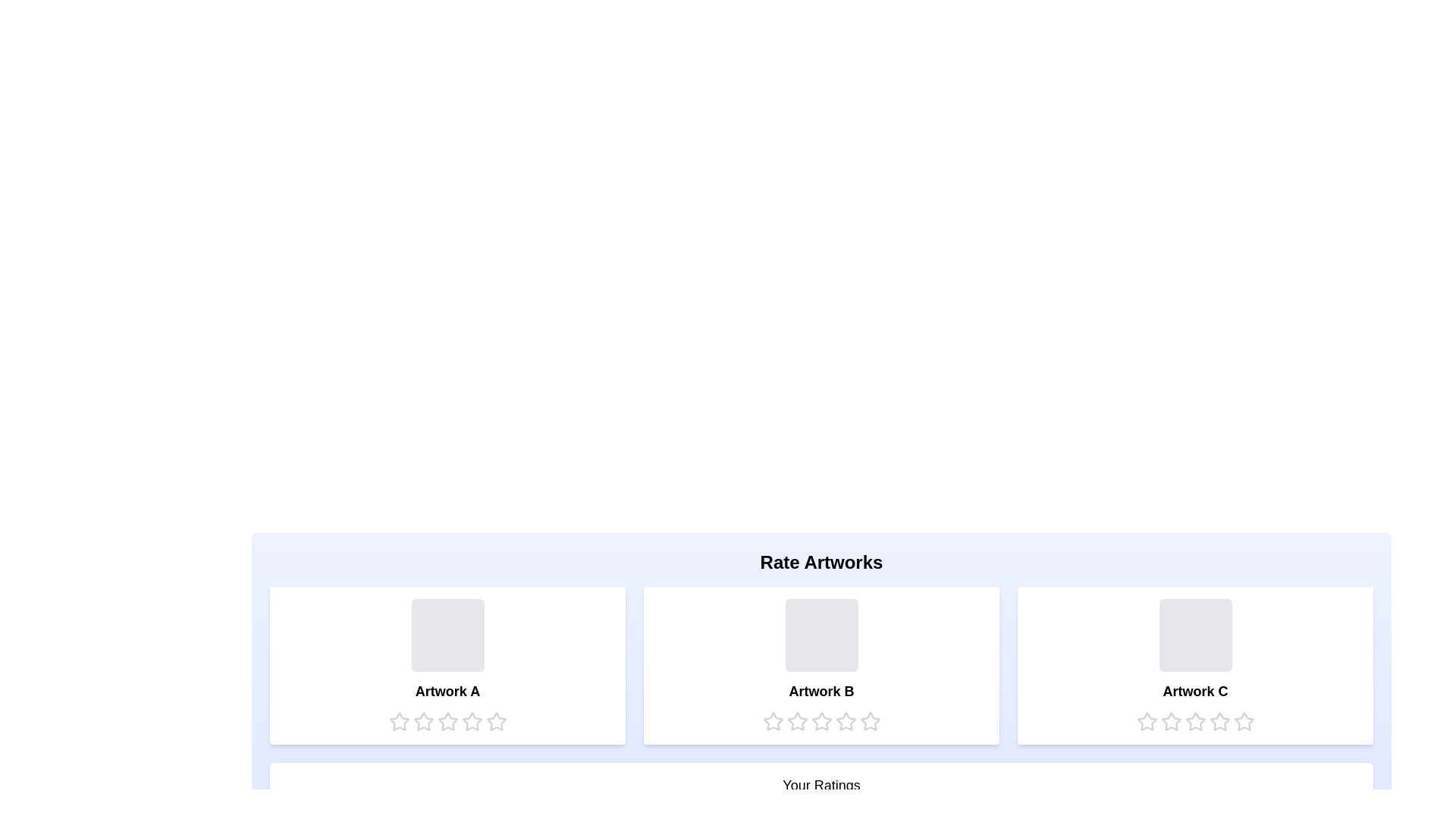 The image size is (1456, 819). What do you see at coordinates (821, 635) in the screenshot?
I see `the placeholder for Artwork B` at bounding box center [821, 635].